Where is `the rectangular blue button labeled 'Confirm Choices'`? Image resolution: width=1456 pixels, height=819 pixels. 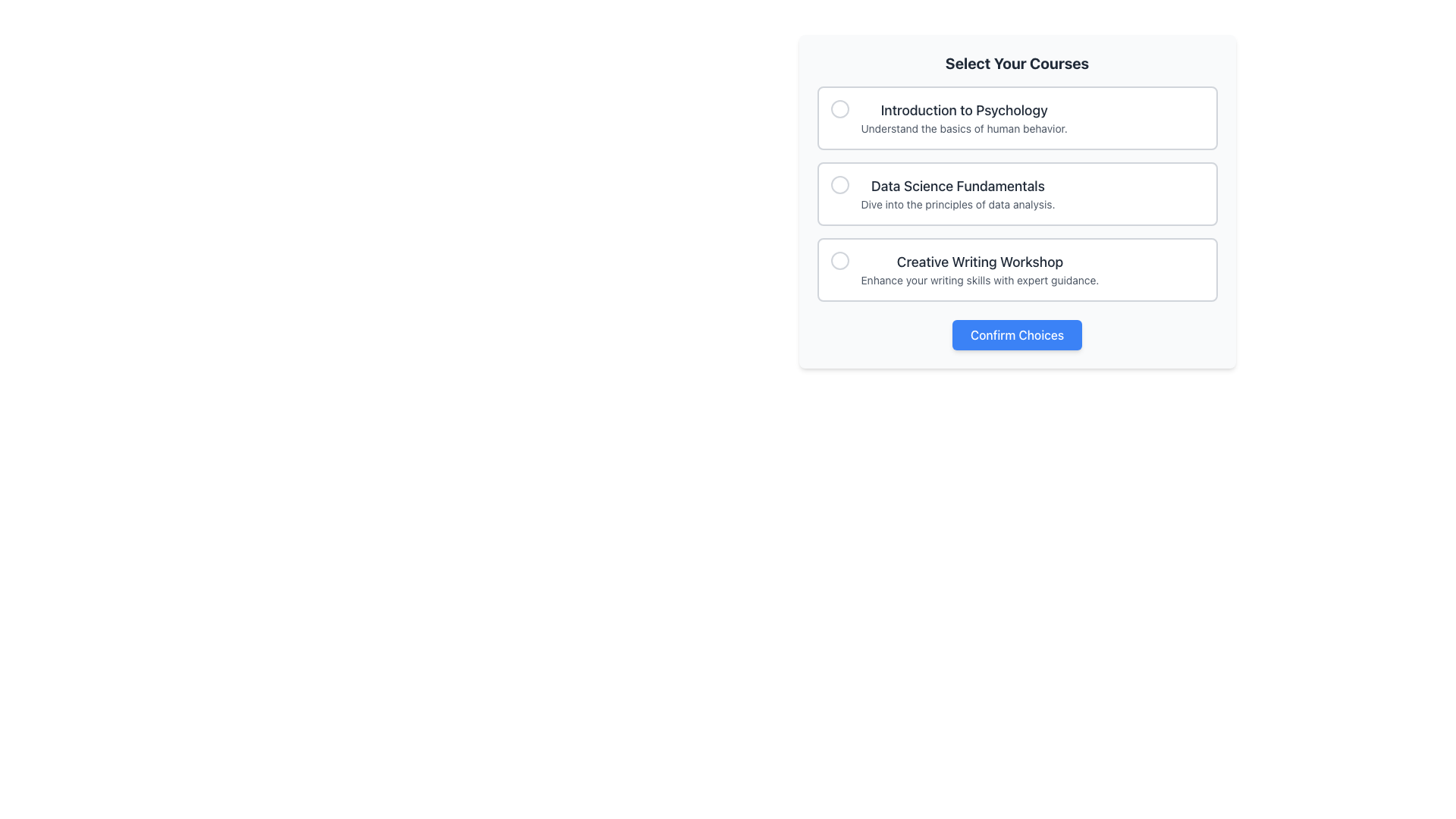
the rectangular blue button labeled 'Confirm Choices' is located at coordinates (1017, 334).